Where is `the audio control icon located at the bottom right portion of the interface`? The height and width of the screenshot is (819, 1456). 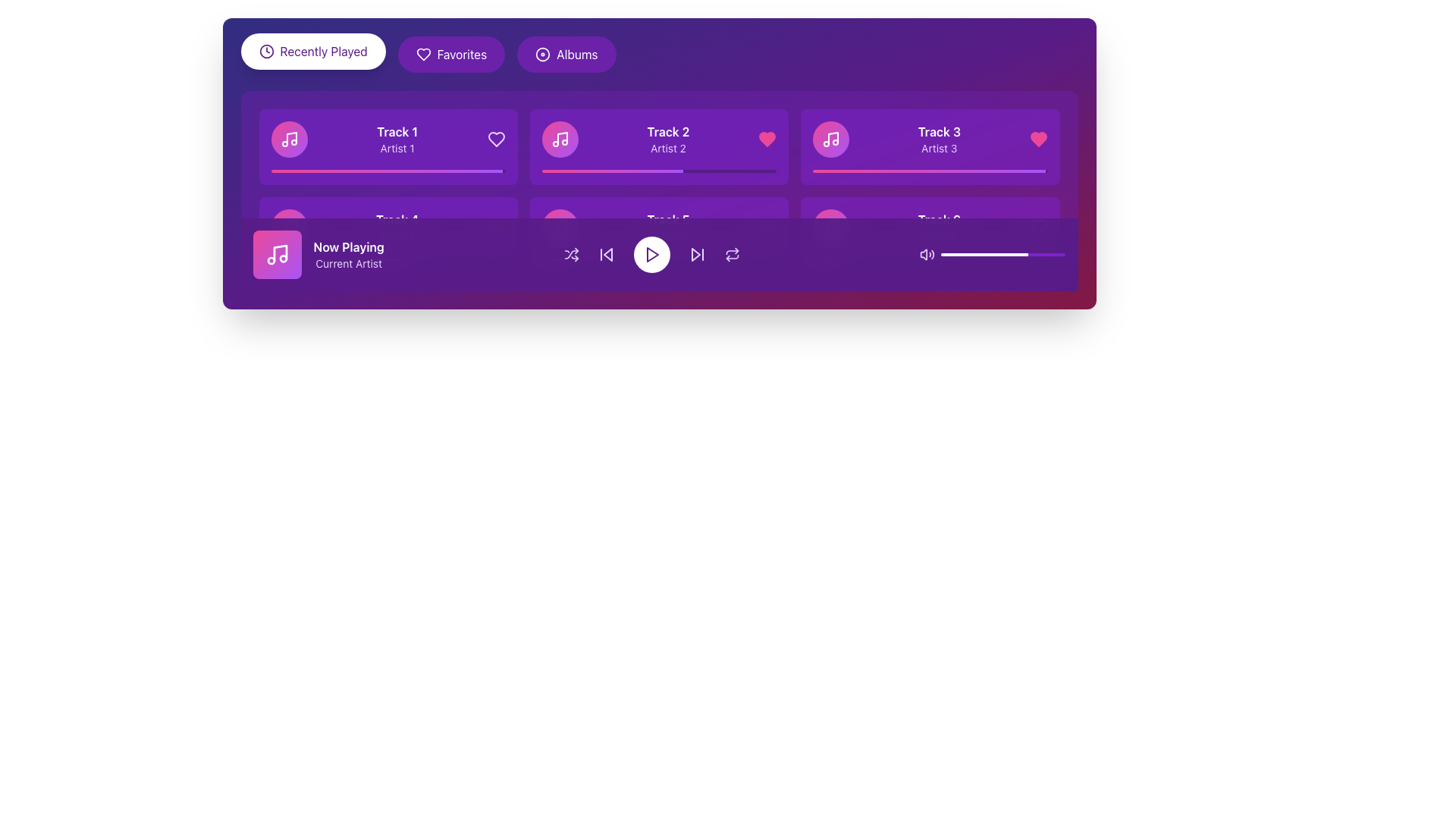 the audio control icon located at the bottom right portion of the interface is located at coordinates (927, 253).